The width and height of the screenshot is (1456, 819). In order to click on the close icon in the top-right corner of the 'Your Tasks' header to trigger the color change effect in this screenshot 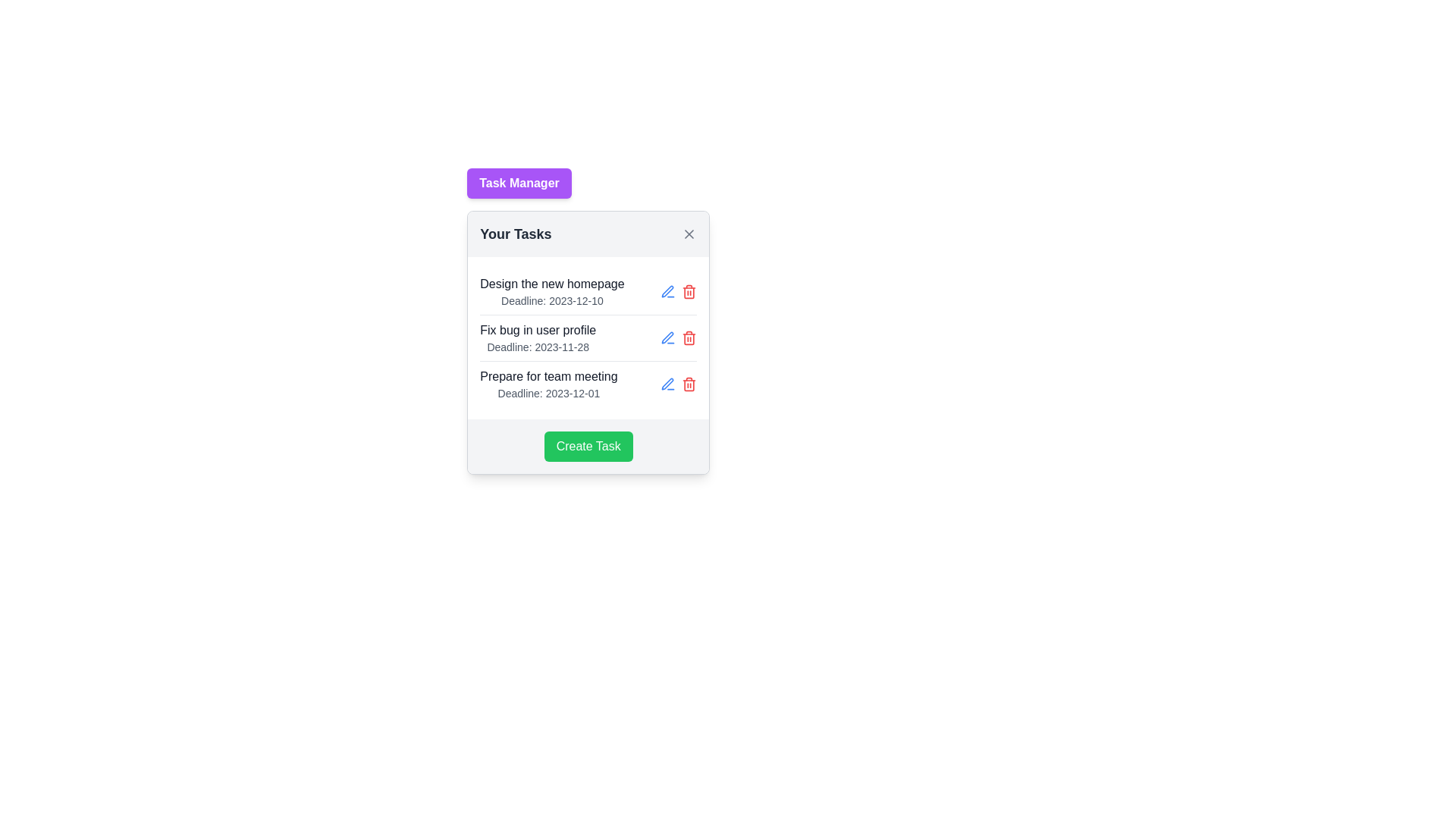, I will do `click(689, 234)`.